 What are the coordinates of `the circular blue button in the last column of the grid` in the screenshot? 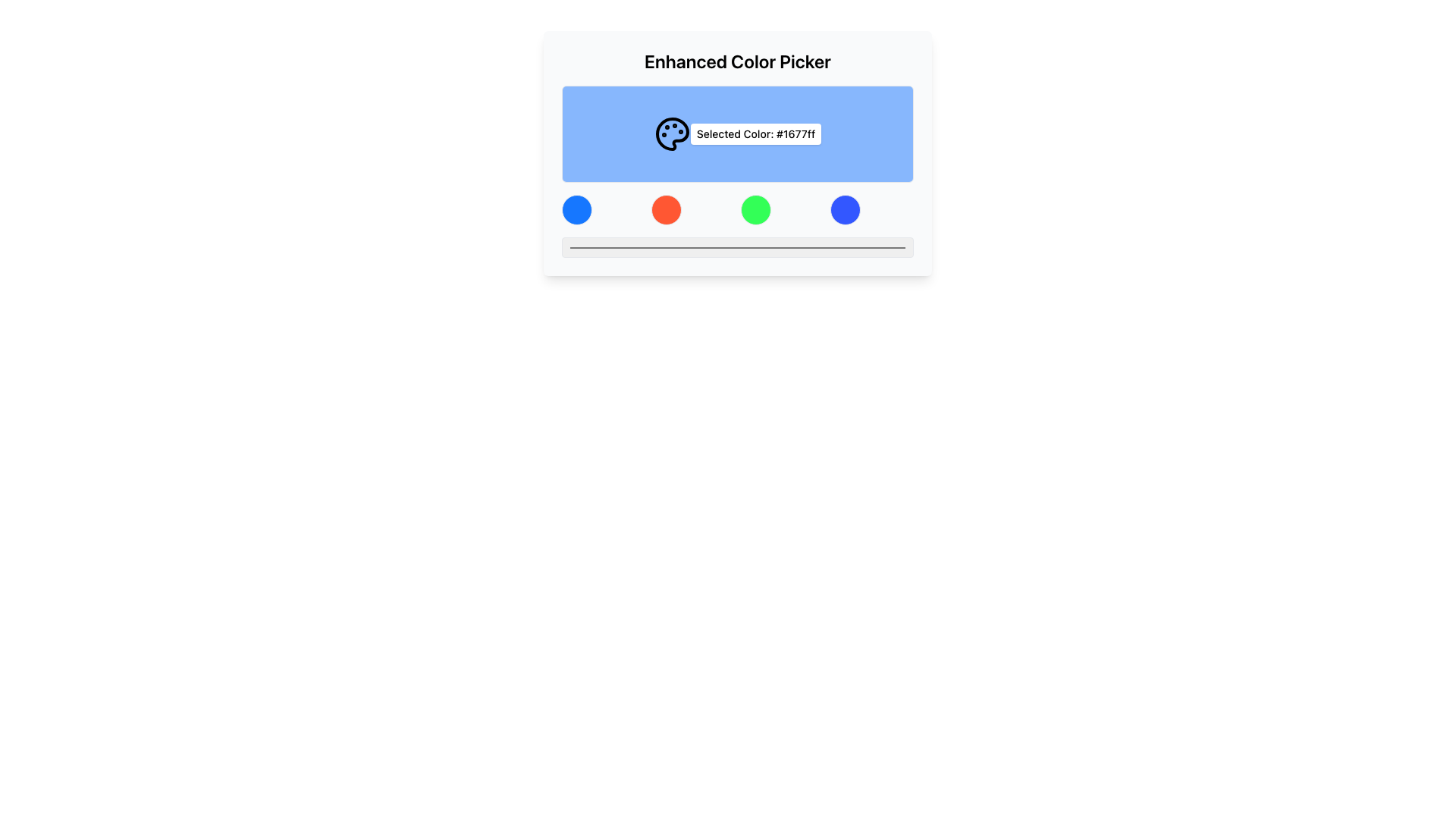 It's located at (844, 210).